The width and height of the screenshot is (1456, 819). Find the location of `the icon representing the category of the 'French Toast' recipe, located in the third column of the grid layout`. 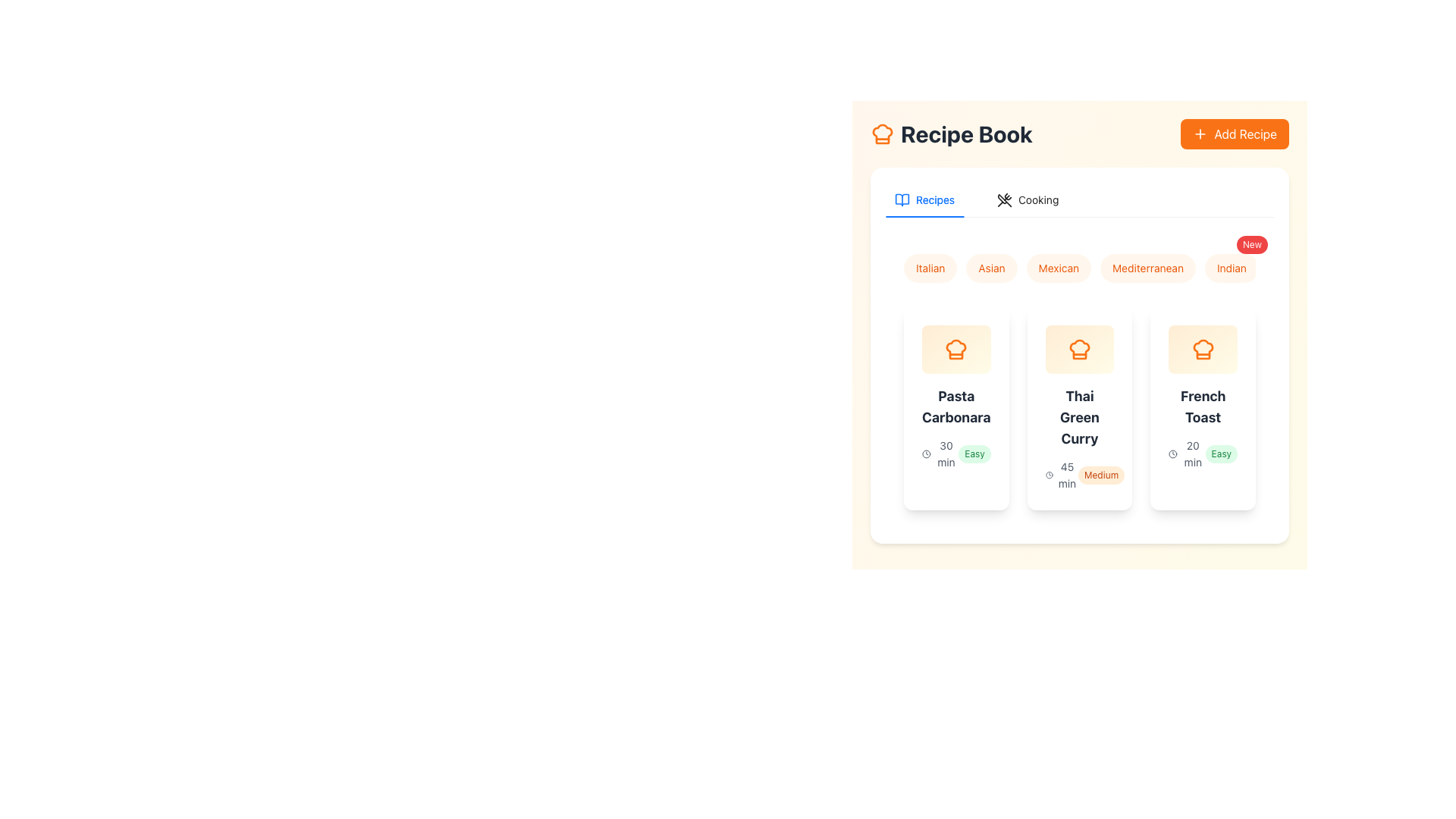

the icon representing the category of the 'French Toast' recipe, located in the third column of the grid layout is located at coordinates (1202, 350).